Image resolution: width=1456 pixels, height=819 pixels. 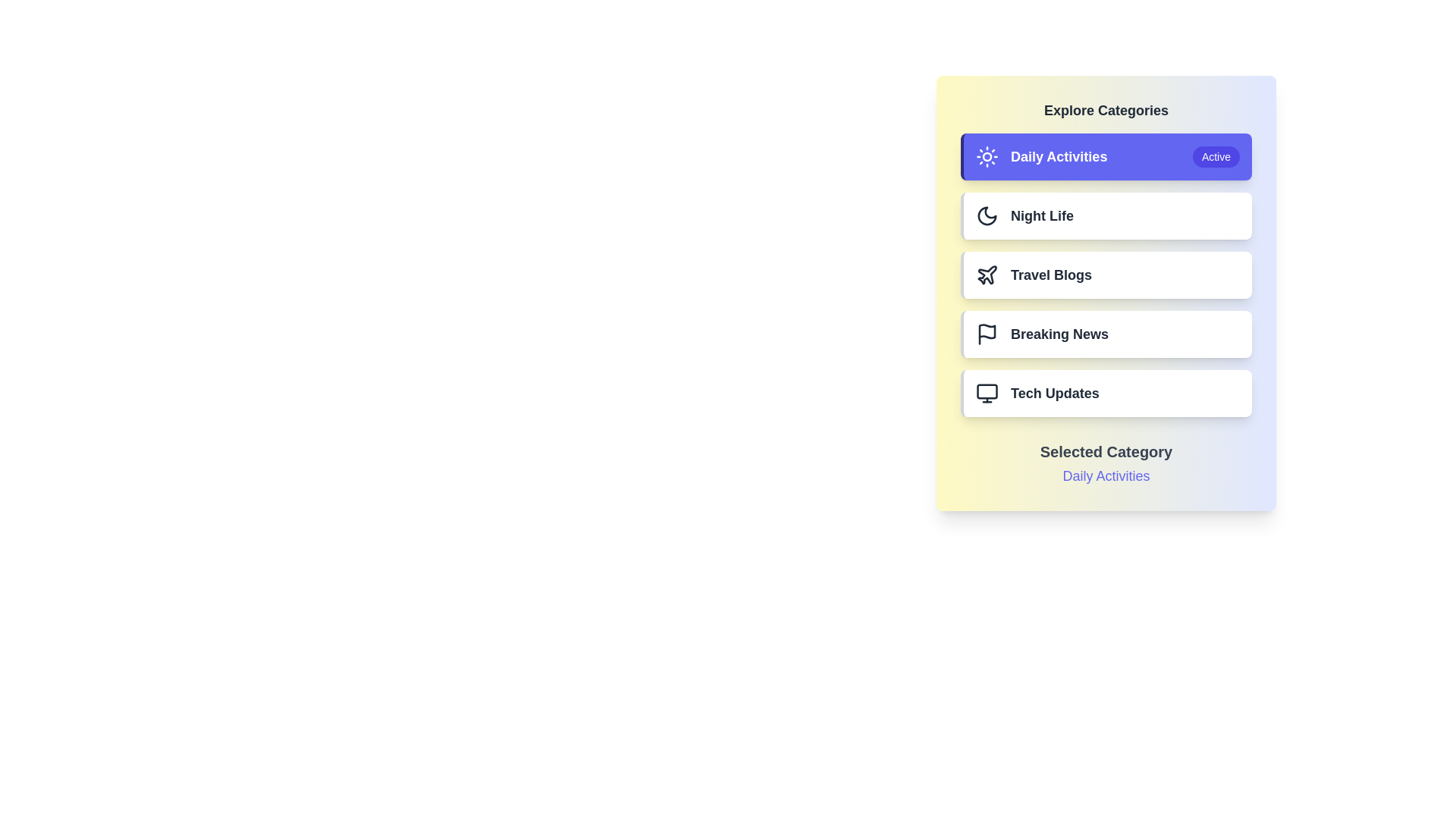 I want to click on the category button corresponding to Tech Updates, so click(x=1106, y=393).